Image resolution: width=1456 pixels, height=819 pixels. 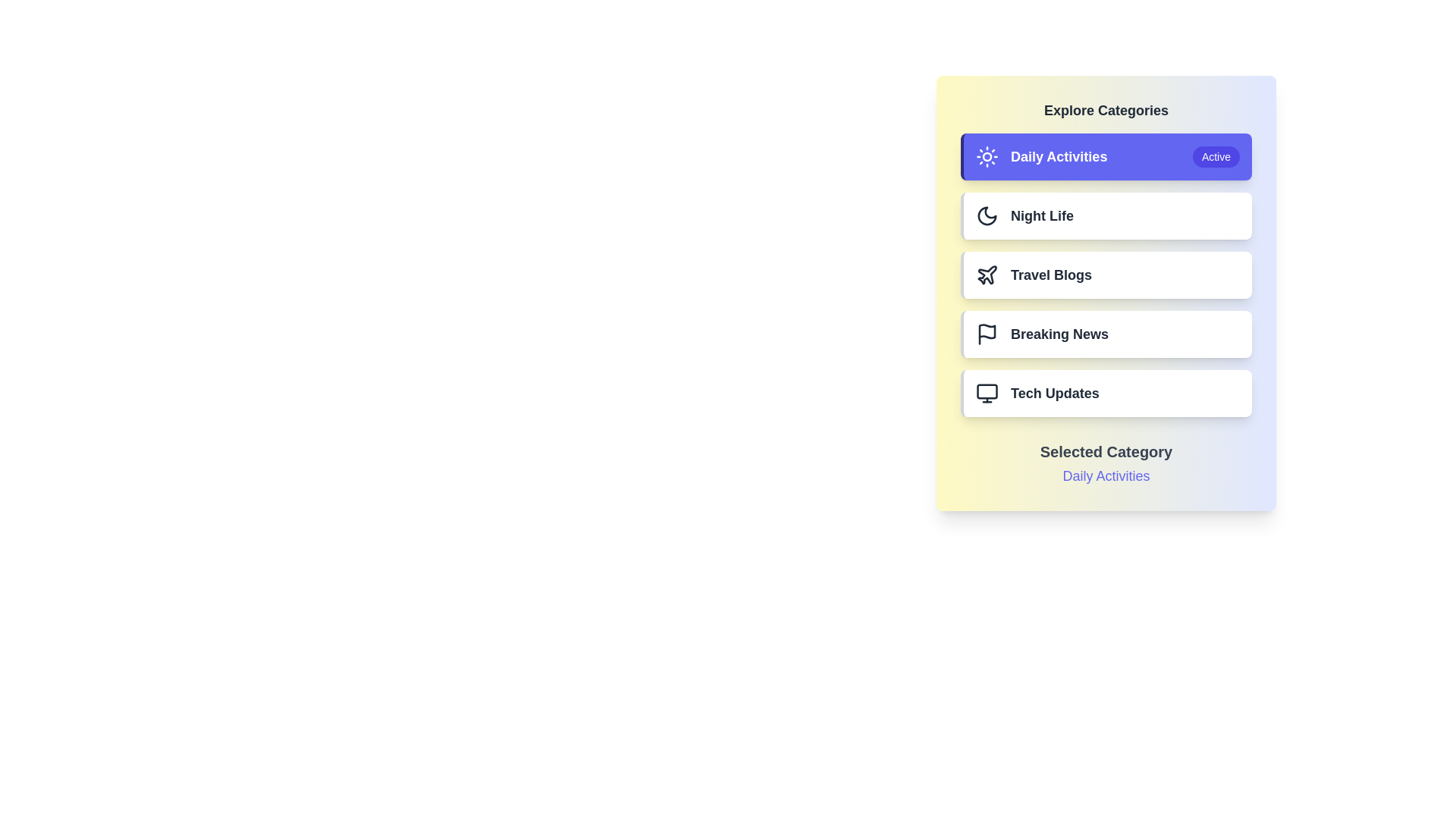 I want to click on the category button corresponding to Tech Updates, so click(x=1106, y=393).